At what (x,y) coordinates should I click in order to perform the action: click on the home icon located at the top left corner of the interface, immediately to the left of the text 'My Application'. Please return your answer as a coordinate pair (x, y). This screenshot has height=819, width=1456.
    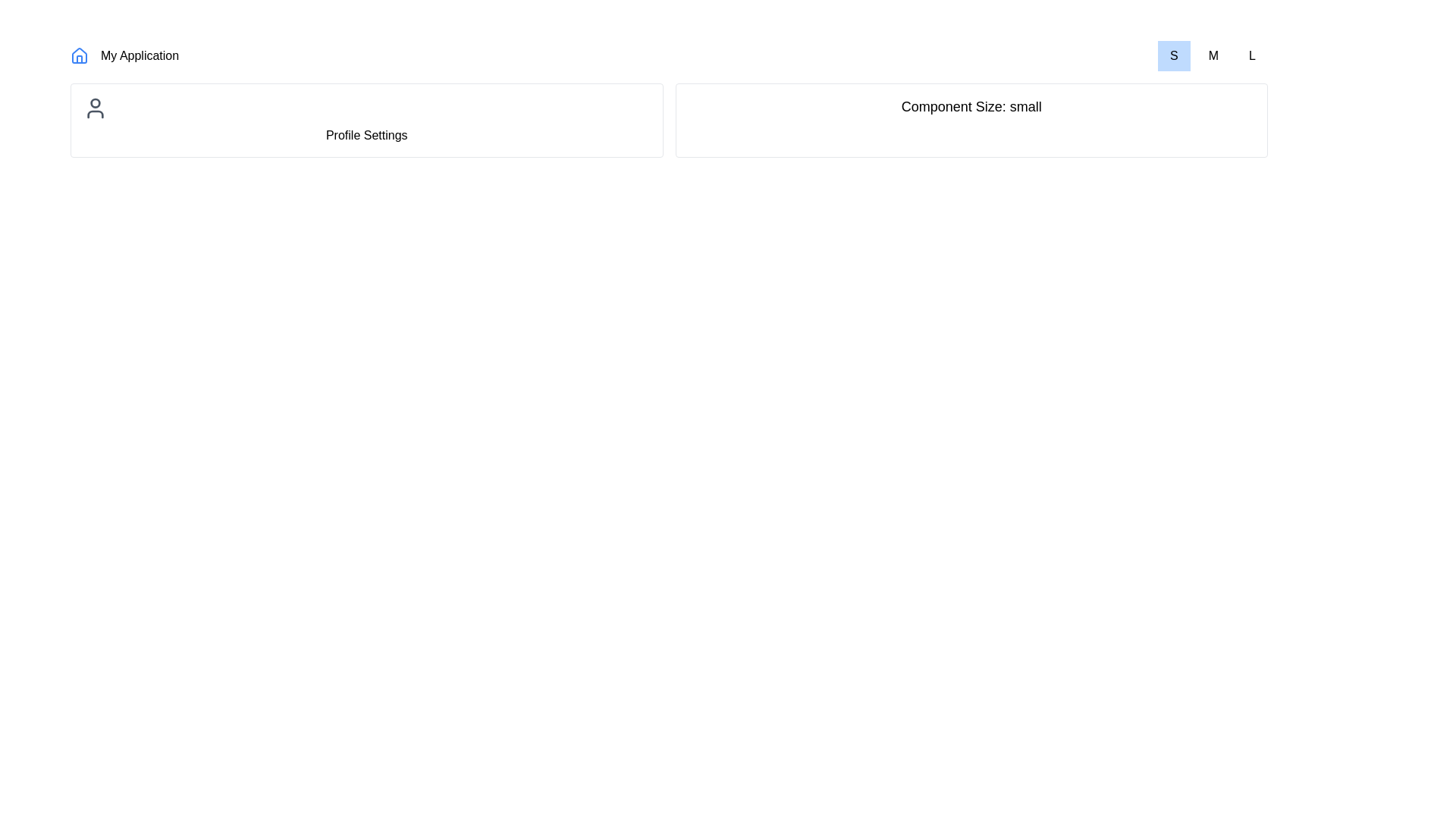
    Looking at the image, I should click on (79, 55).